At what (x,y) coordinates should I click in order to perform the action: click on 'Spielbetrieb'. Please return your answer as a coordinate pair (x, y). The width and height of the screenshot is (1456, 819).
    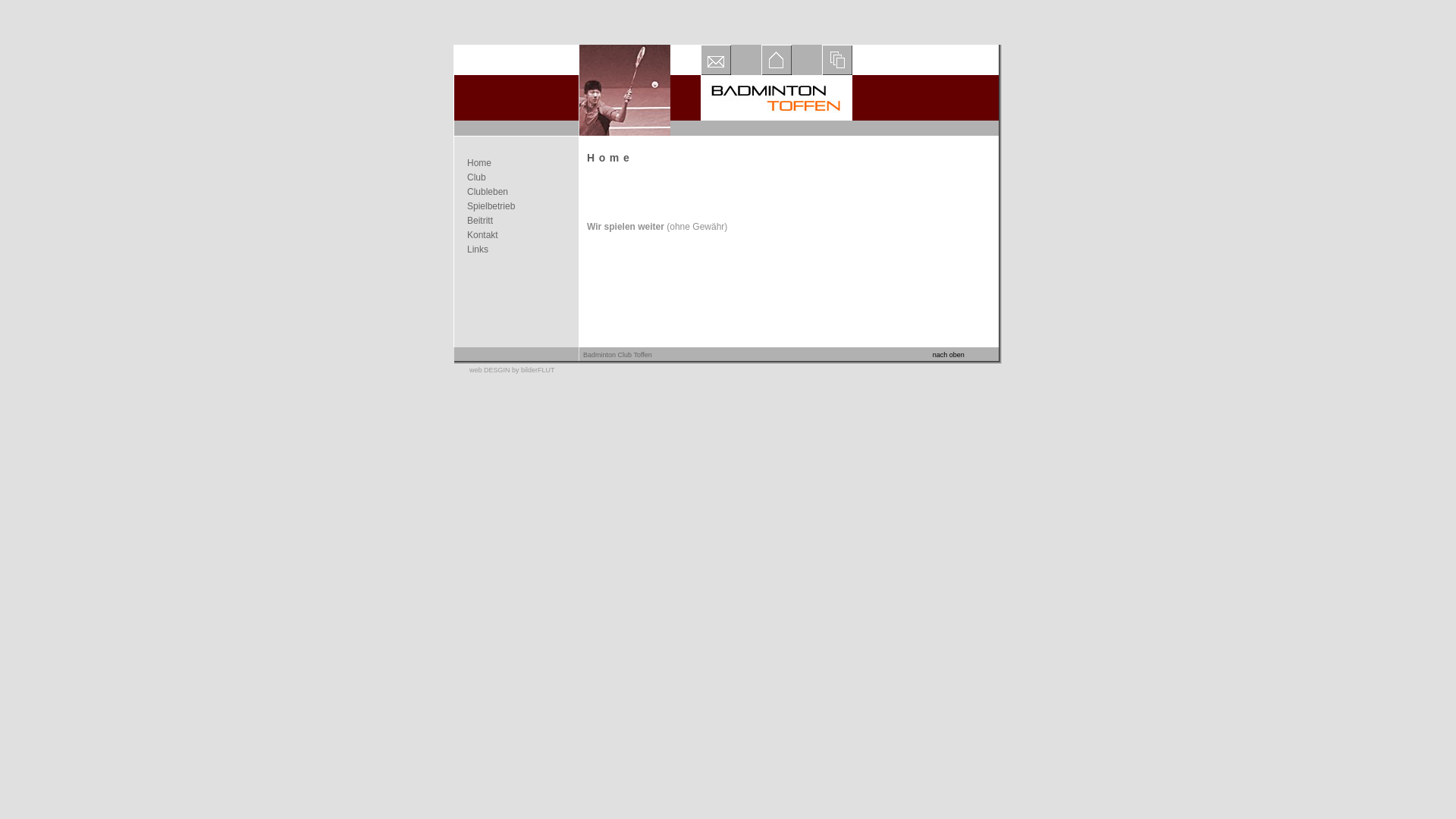
    Looking at the image, I should click on (516, 206).